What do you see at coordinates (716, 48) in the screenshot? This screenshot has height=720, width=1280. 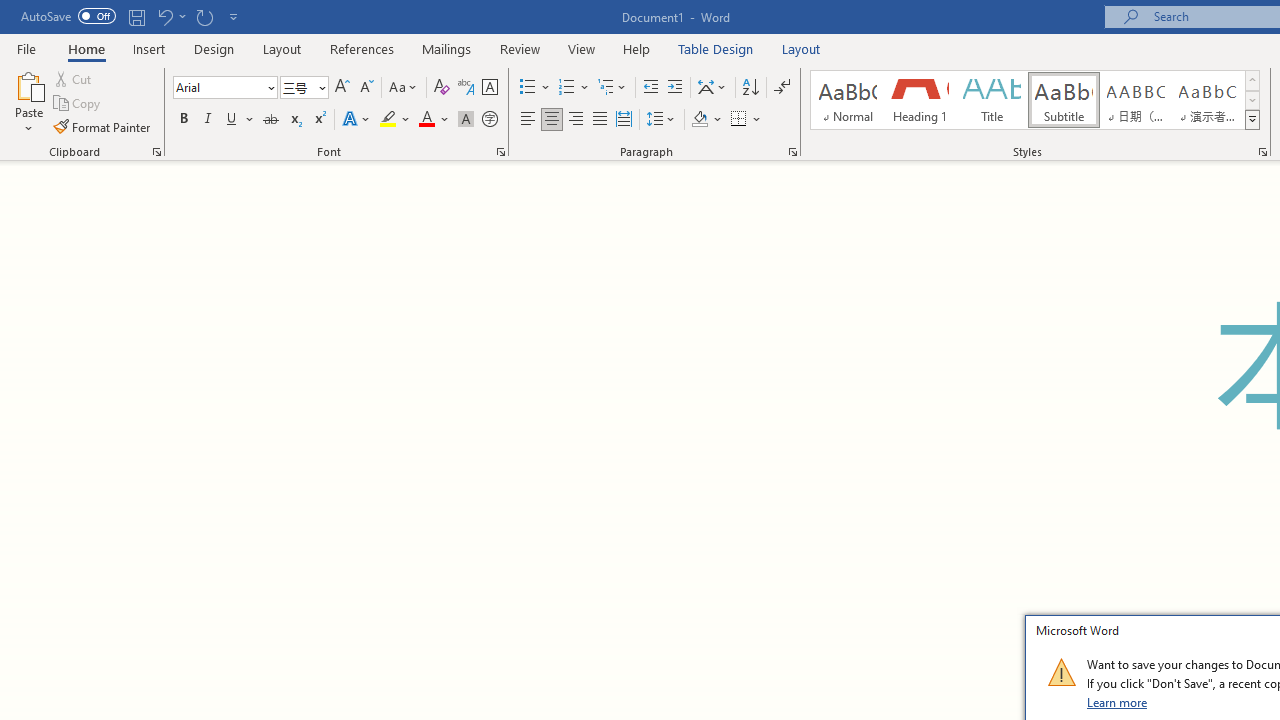 I see `'Table Design'` at bounding box center [716, 48].